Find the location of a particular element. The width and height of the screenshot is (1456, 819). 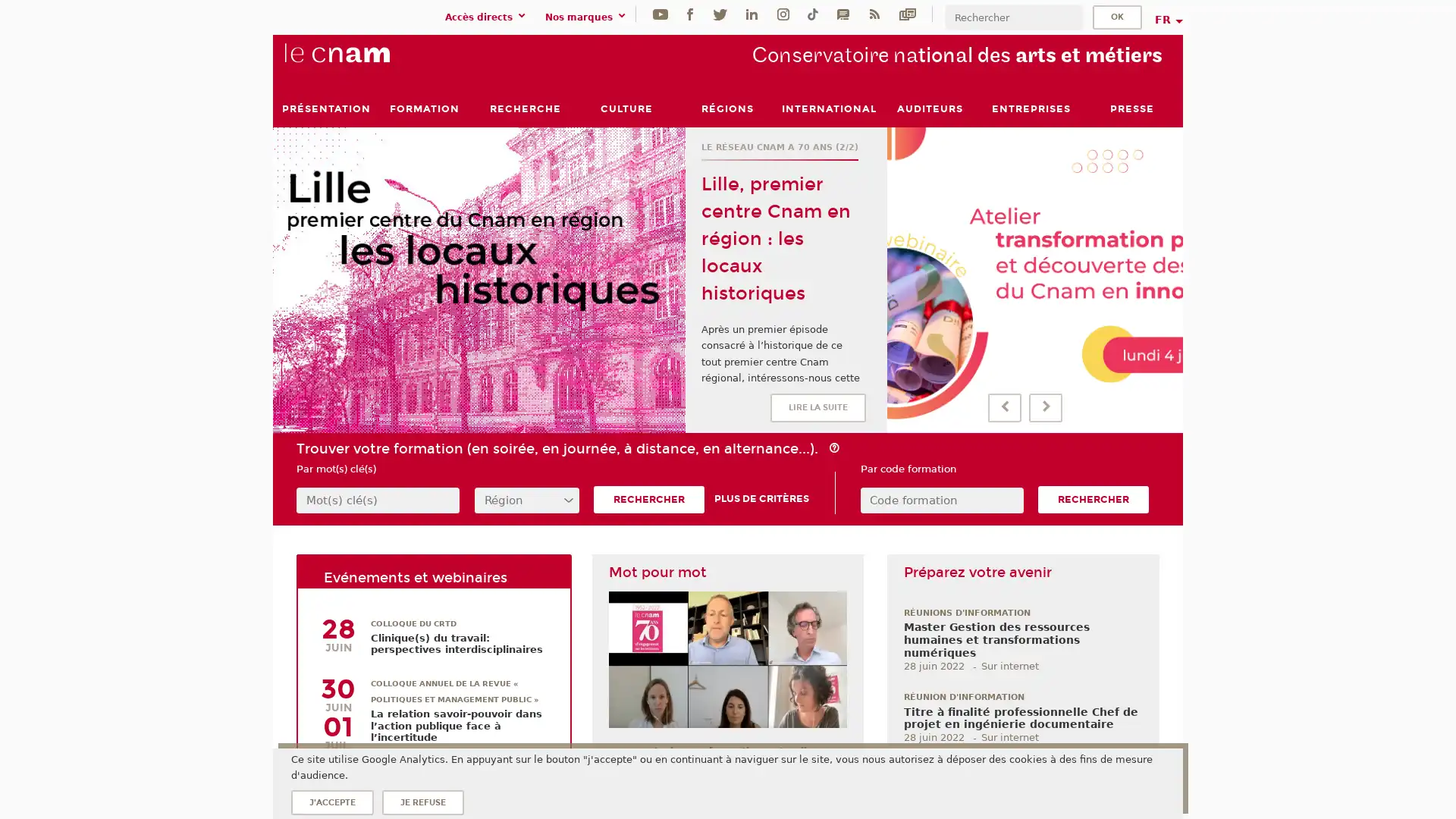

RECHERCHER is located at coordinates (1093, 500).